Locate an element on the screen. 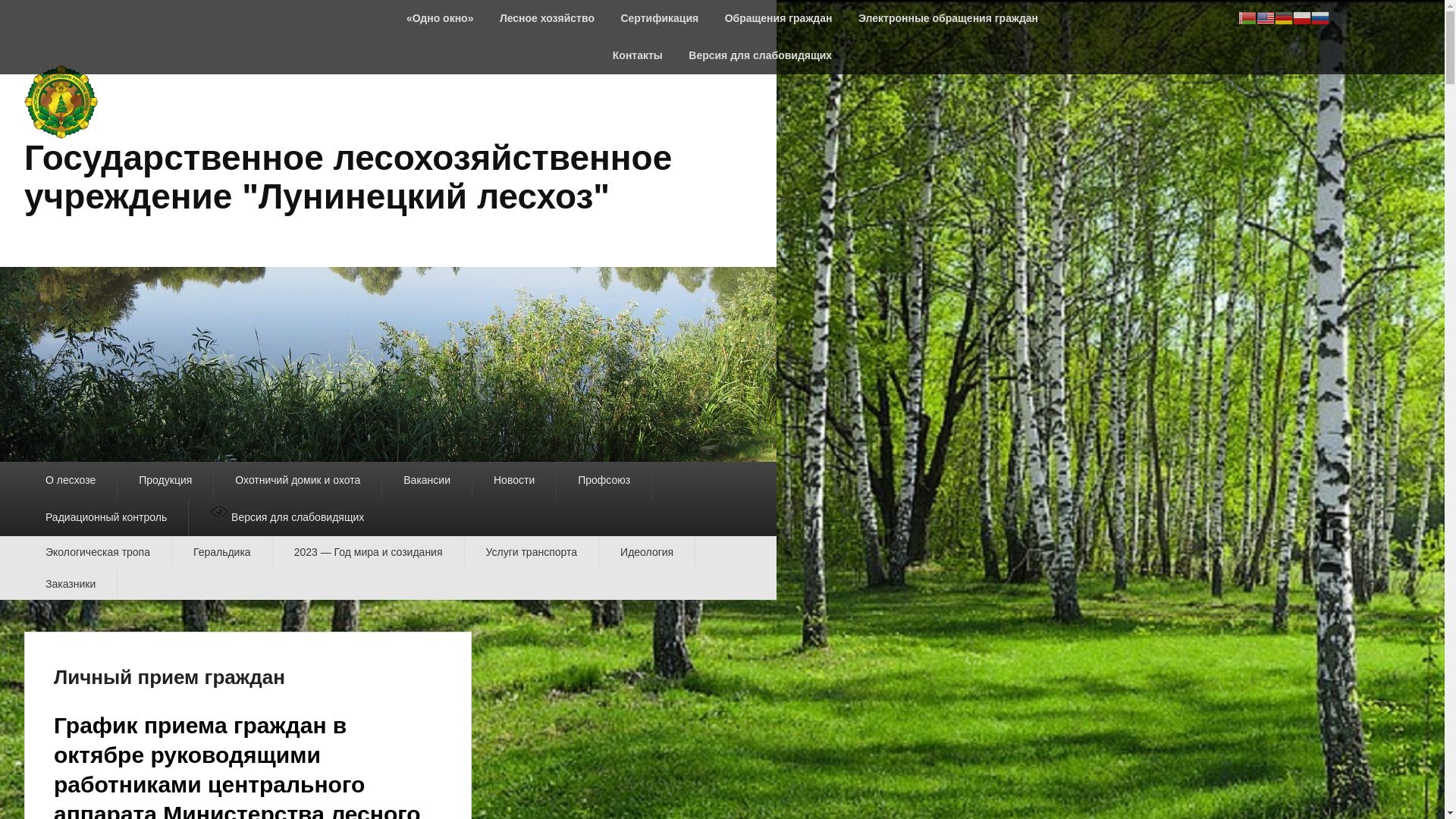 Image resolution: width=1456 pixels, height=819 pixels. 'Belarusian' is located at coordinates (1247, 17).